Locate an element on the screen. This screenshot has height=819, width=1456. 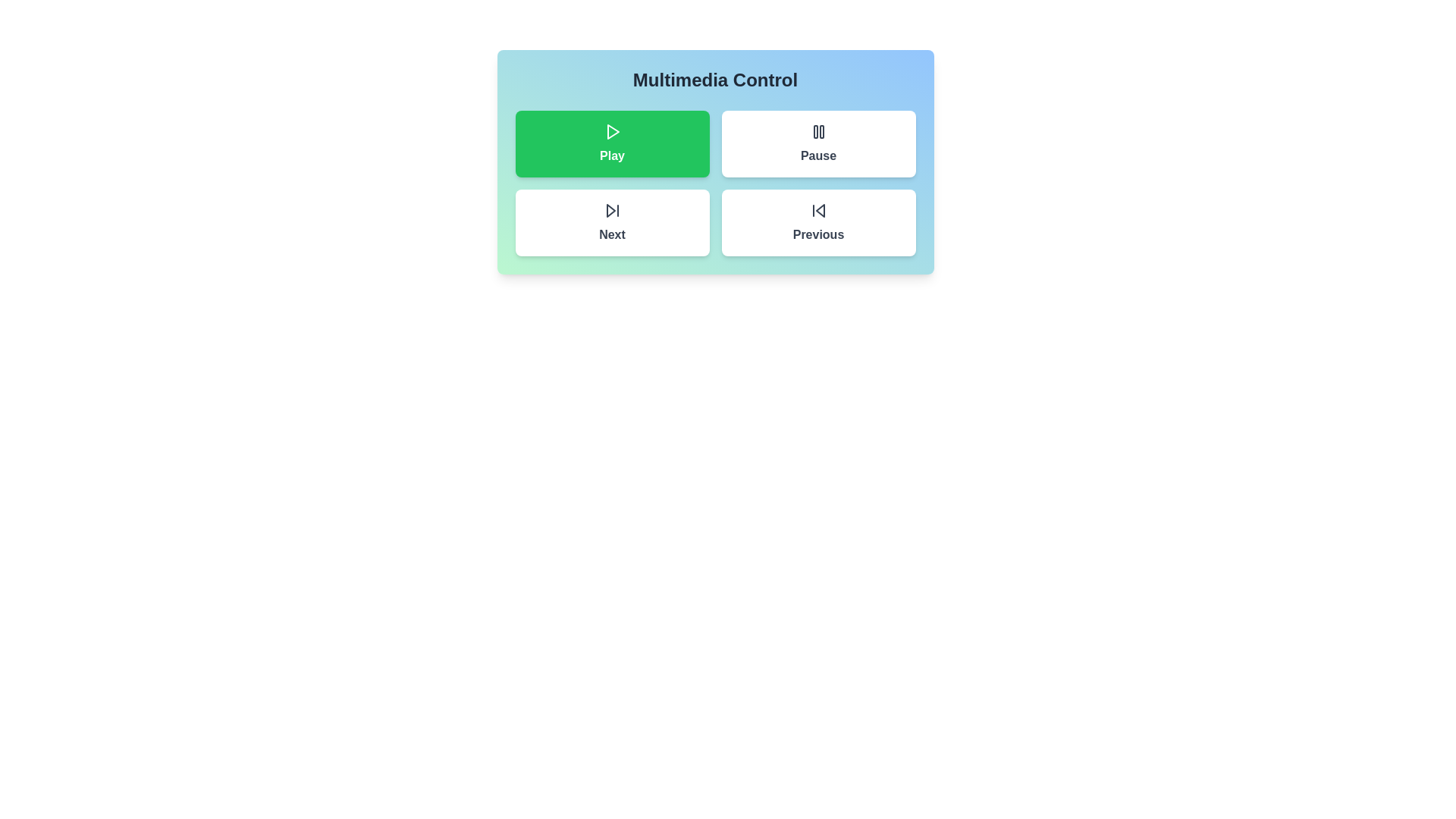
the 'Next' button to activate it is located at coordinates (612, 222).